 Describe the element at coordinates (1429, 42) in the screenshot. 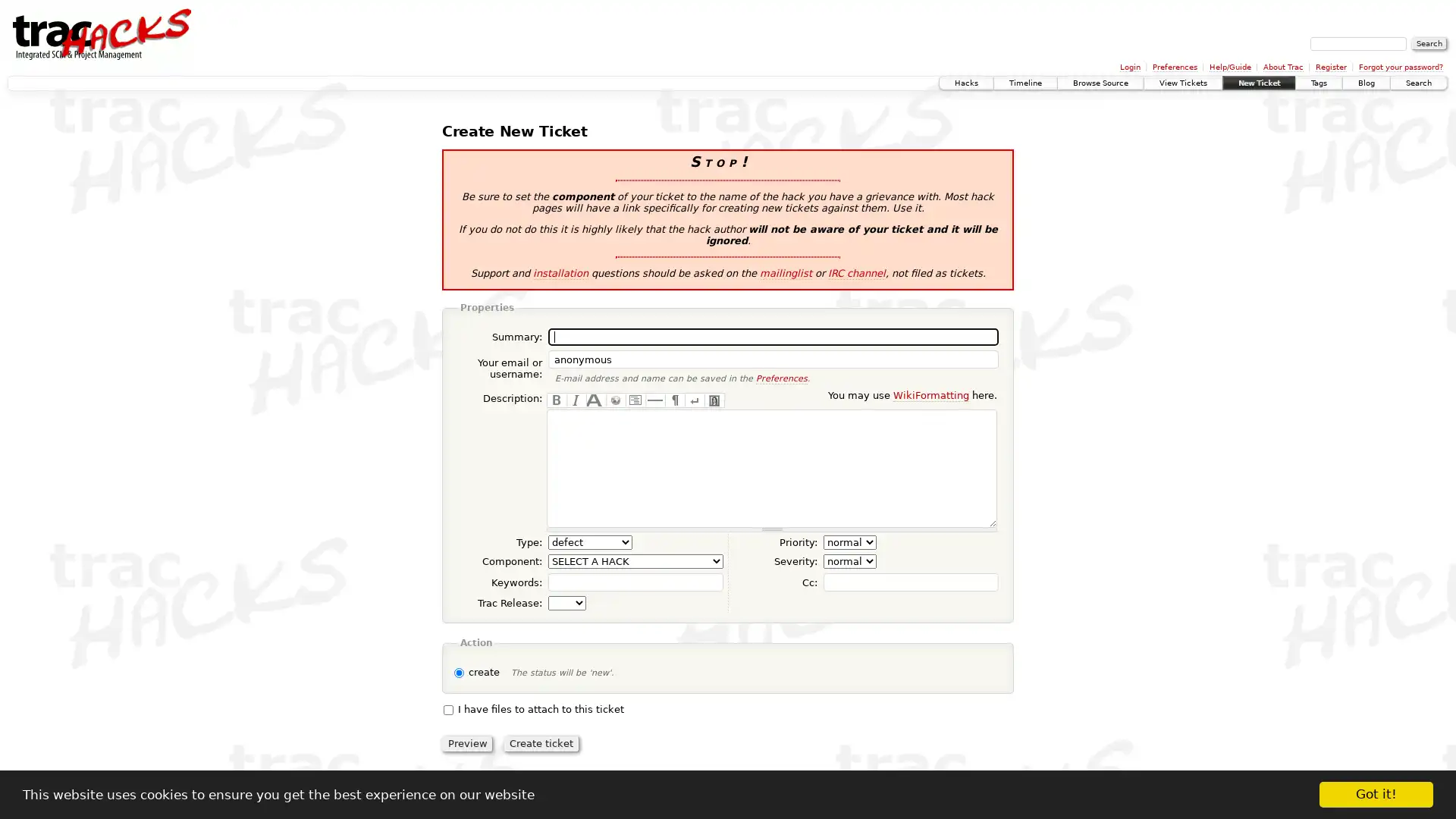

I see `Search` at that location.